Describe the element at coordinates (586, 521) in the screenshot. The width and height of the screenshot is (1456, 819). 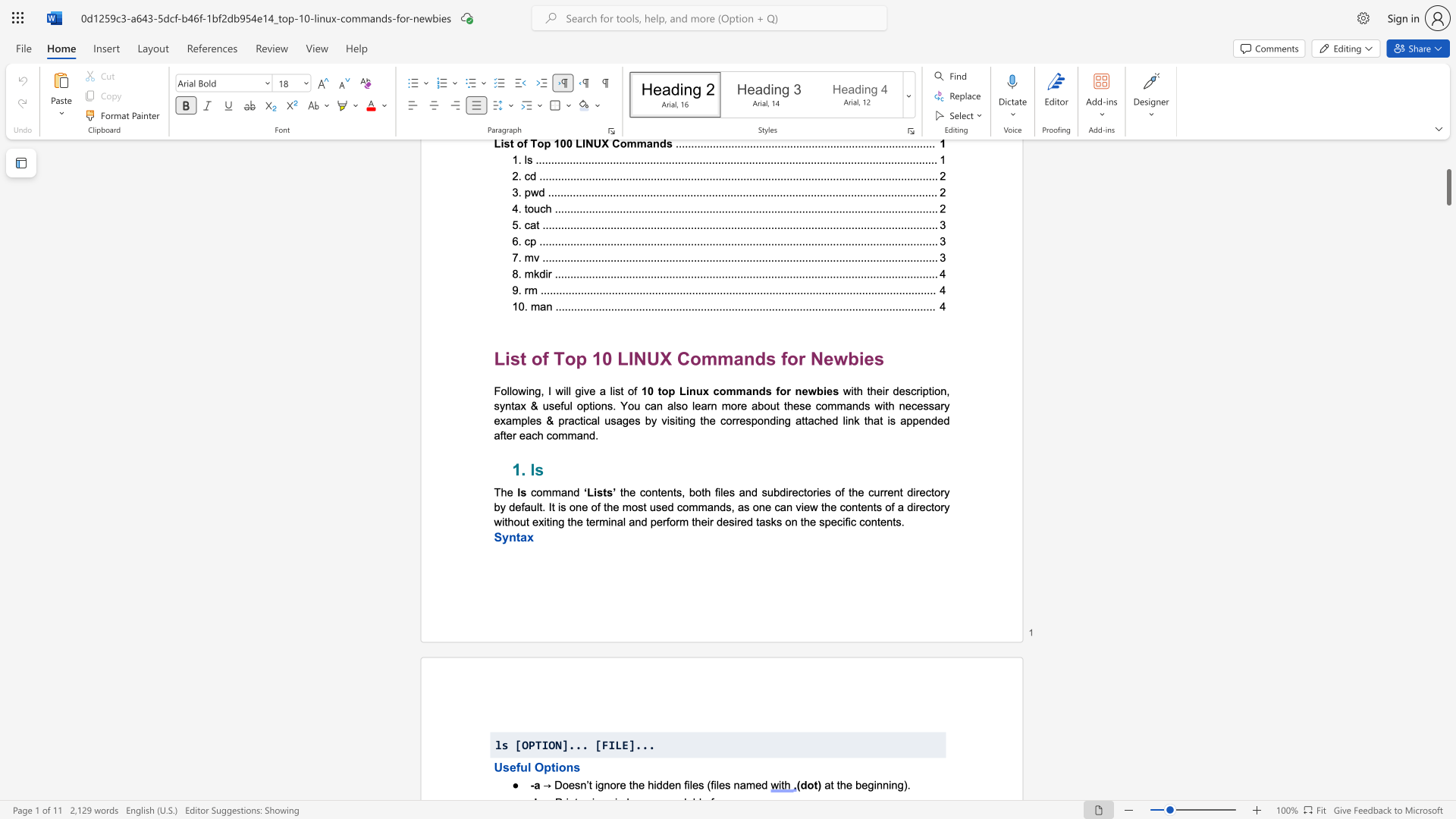
I see `the 21th character "t" in the text` at that location.